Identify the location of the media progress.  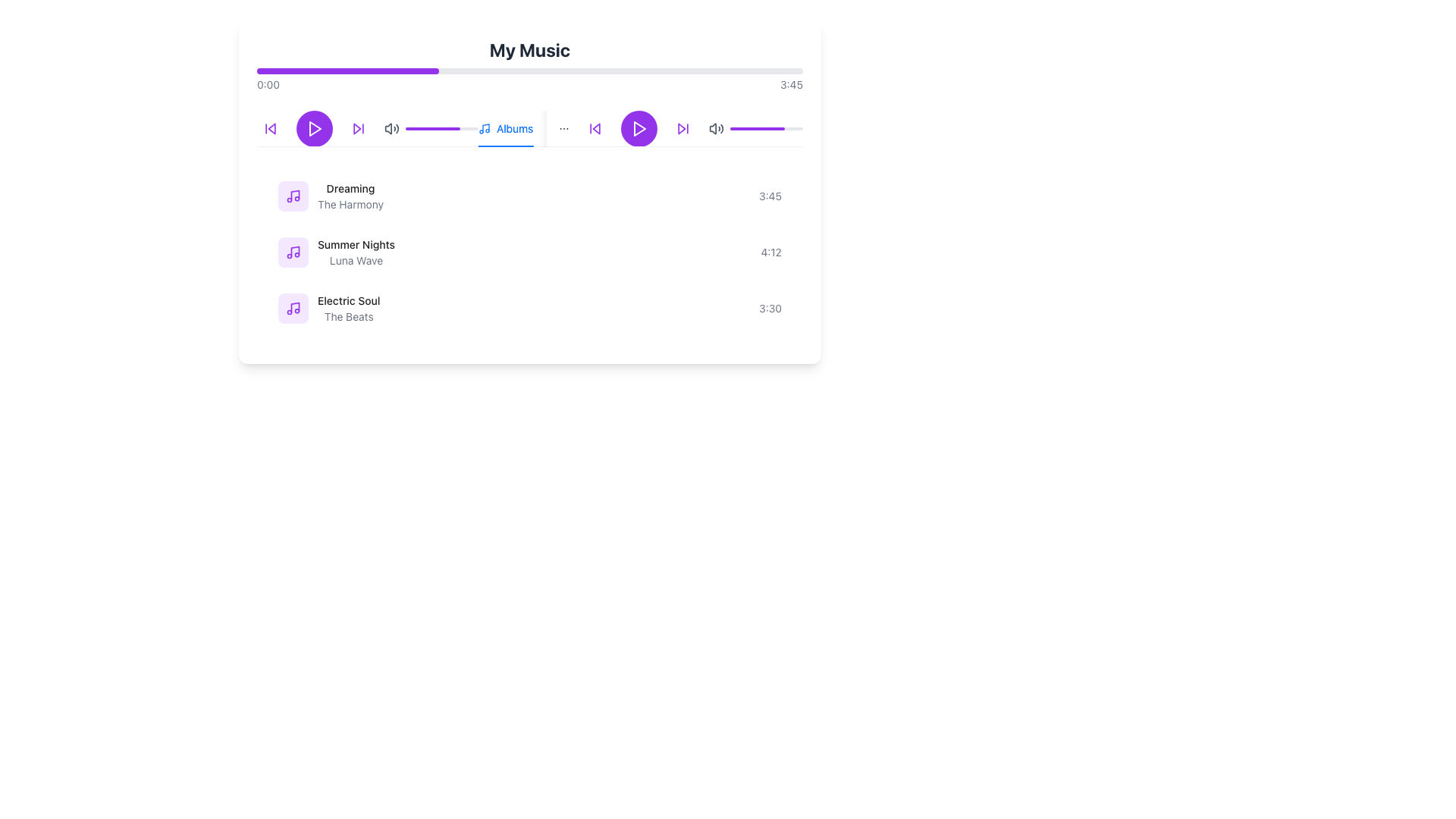
(329, 71).